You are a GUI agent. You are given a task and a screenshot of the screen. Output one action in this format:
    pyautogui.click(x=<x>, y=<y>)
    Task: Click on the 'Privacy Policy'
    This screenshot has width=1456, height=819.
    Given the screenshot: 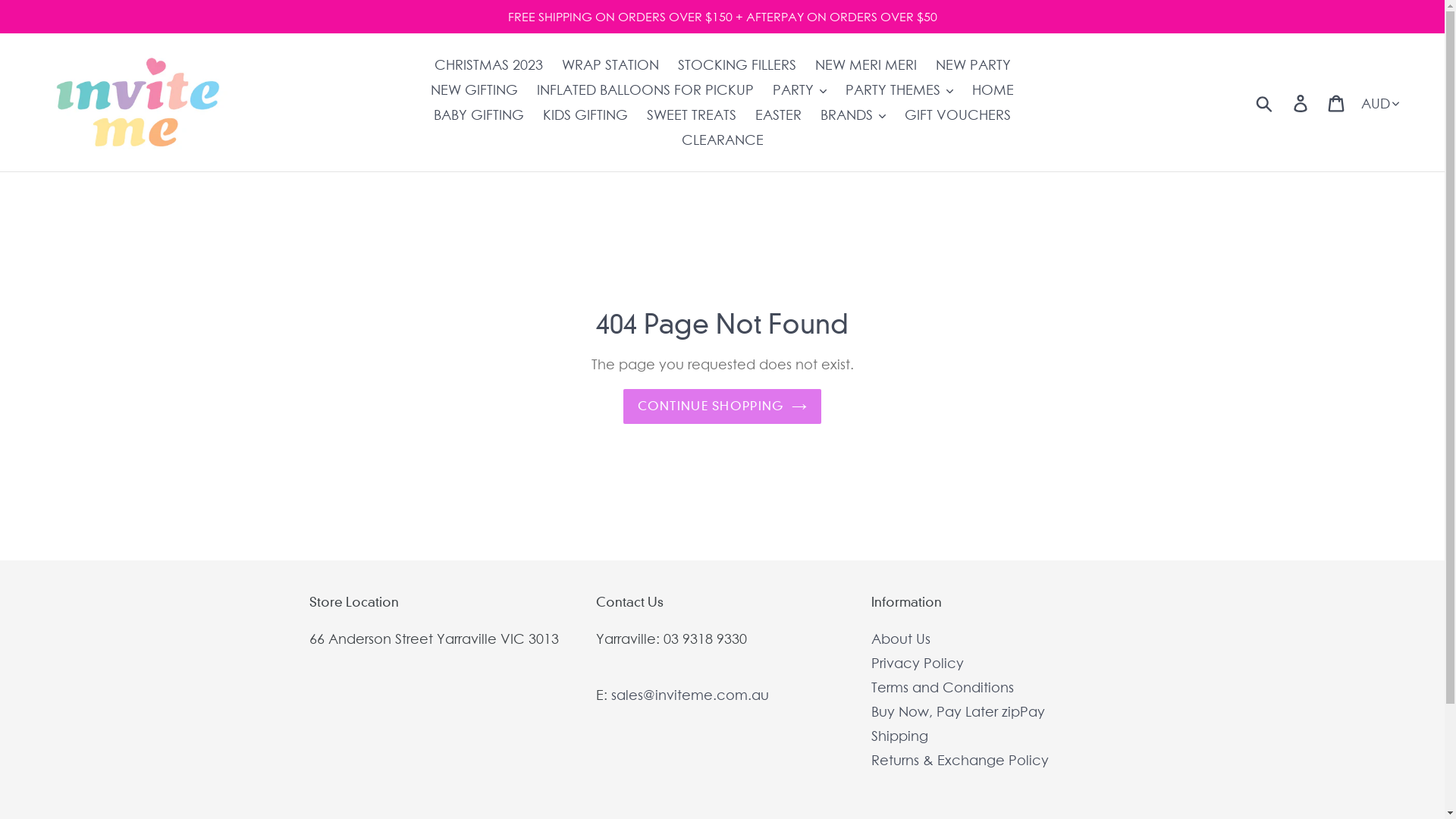 What is the action you would take?
    pyautogui.click(x=916, y=662)
    